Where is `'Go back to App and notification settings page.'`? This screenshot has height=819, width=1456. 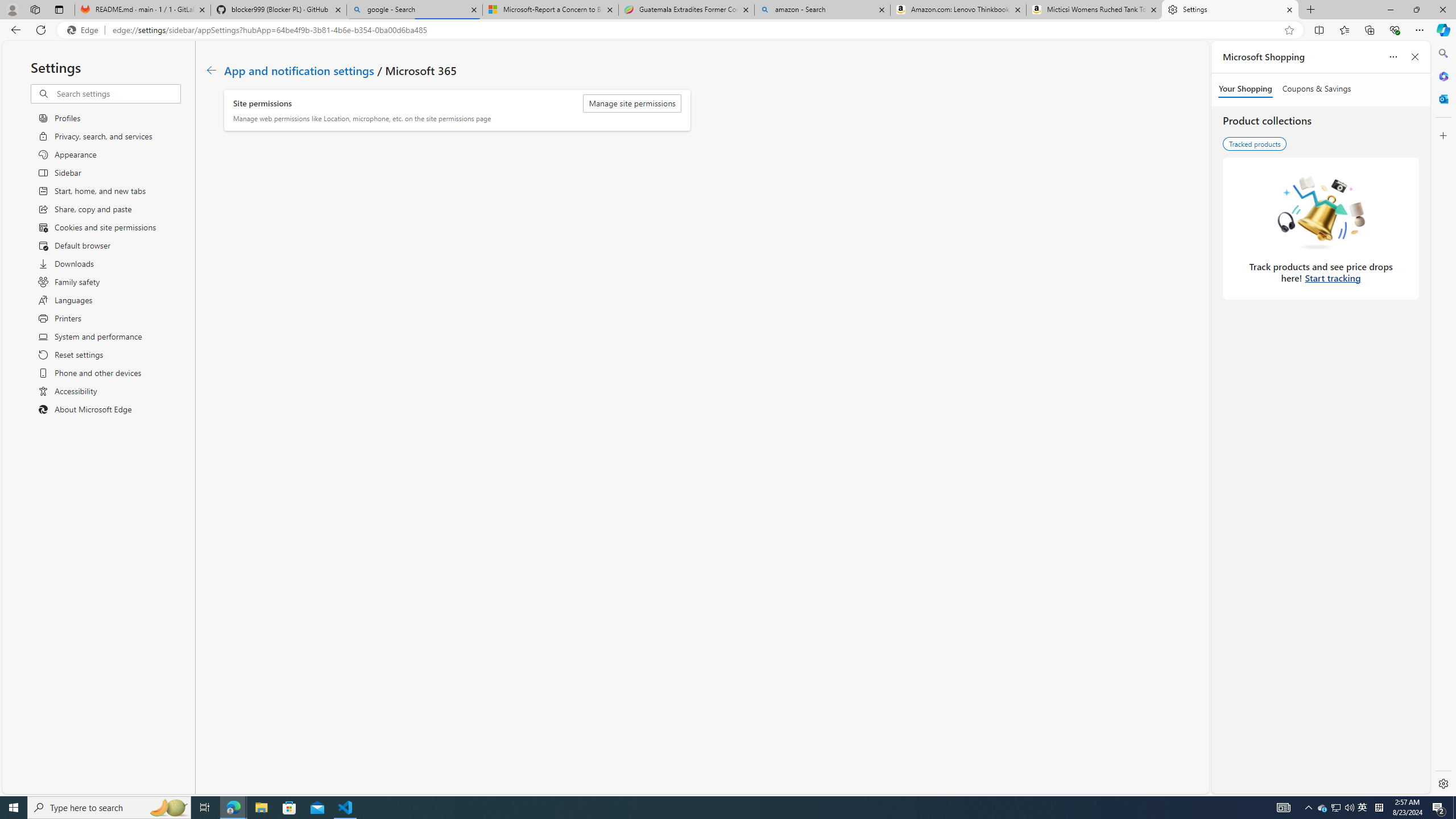
'Go back to App and notification settings page.' is located at coordinates (210, 70).